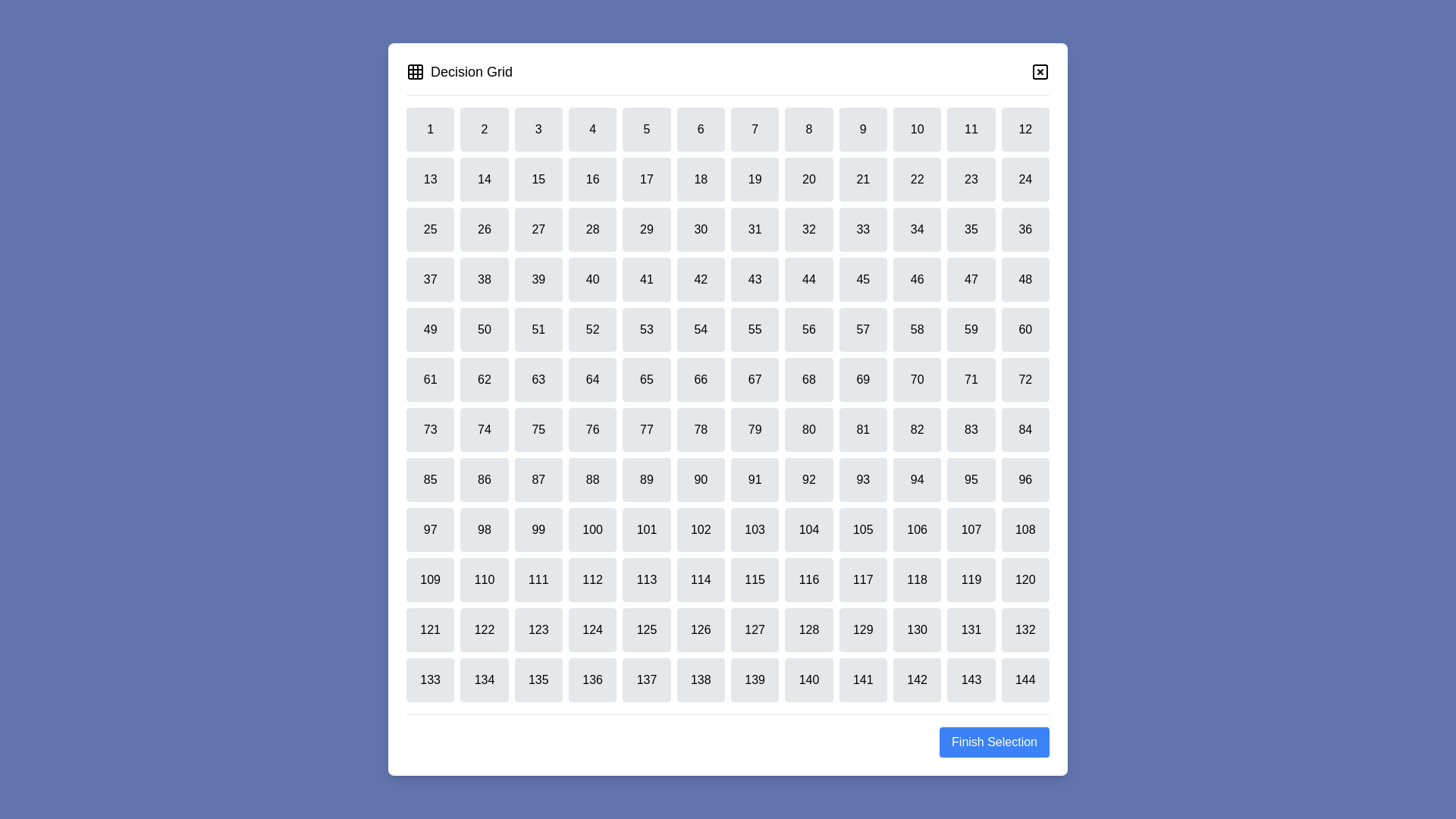 The height and width of the screenshot is (819, 1456). Describe the element at coordinates (538, 128) in the screenshot. I see `the grid cell with number 3` at that location.